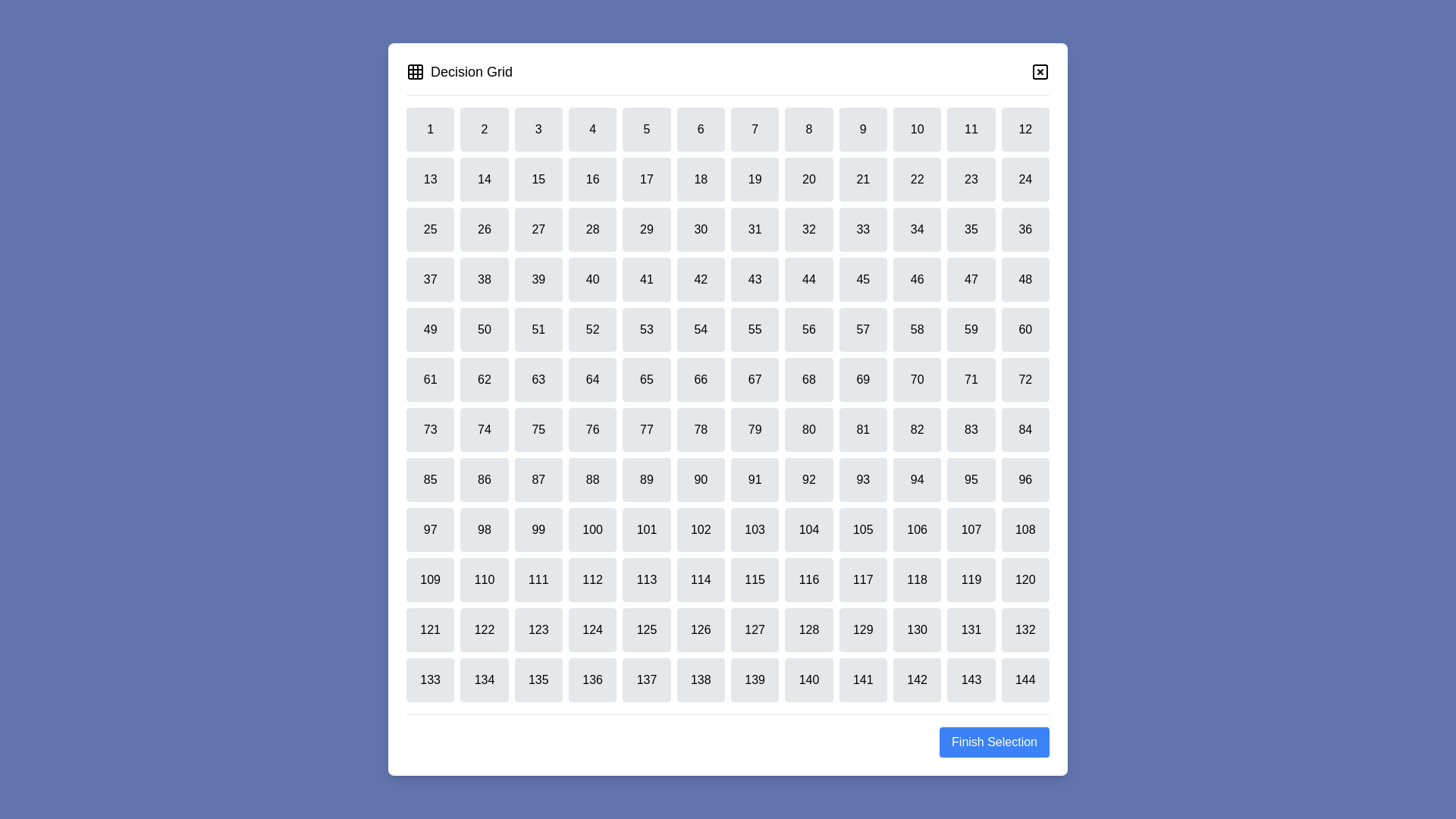 The height and width of the screenshot is (819, 1456). Describe the element at coordinates (538, 128) in the screenshot. I see `the grid cell with number 3` at that location.